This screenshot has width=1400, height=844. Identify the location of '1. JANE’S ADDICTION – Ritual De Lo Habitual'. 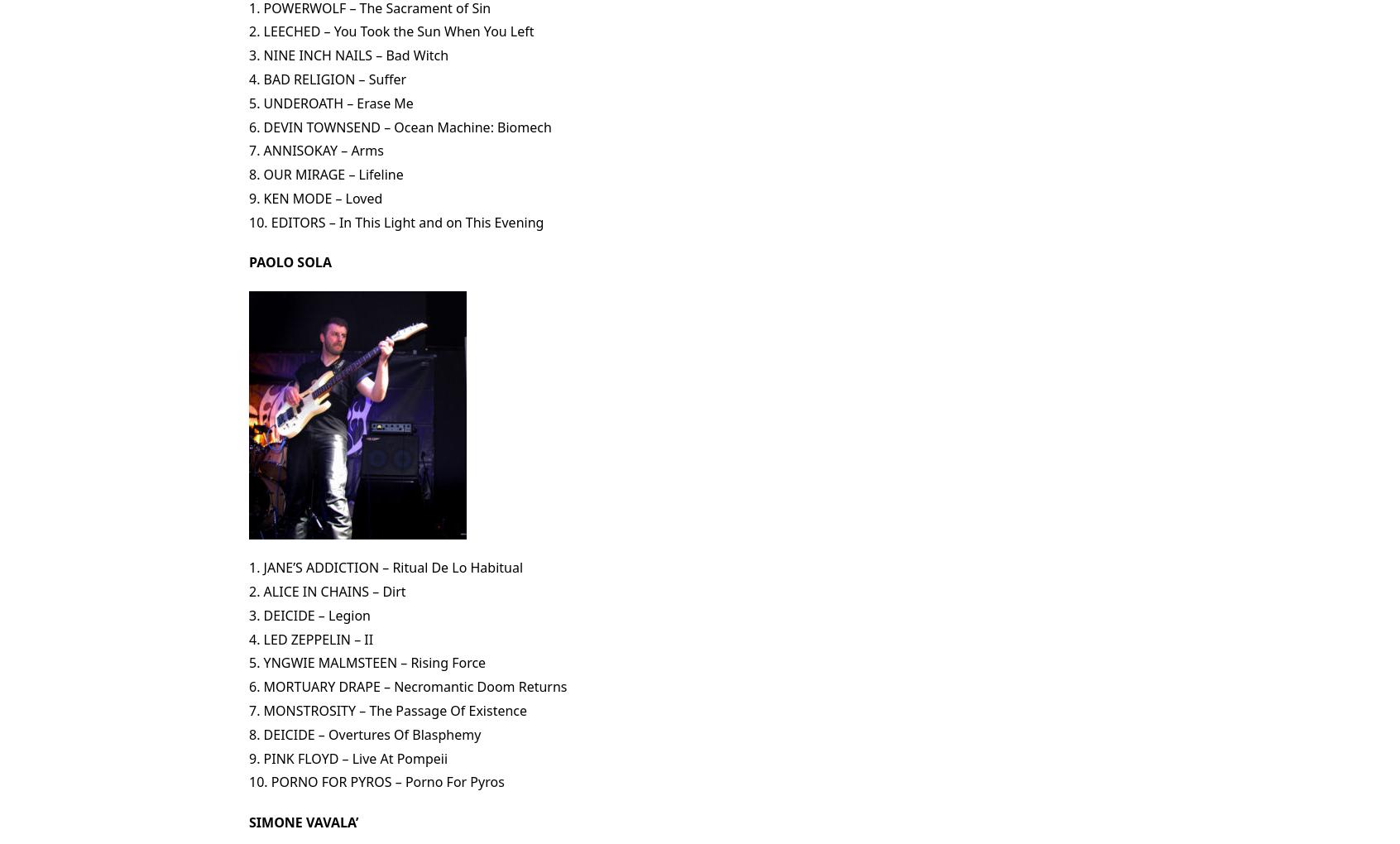
(248, 566).